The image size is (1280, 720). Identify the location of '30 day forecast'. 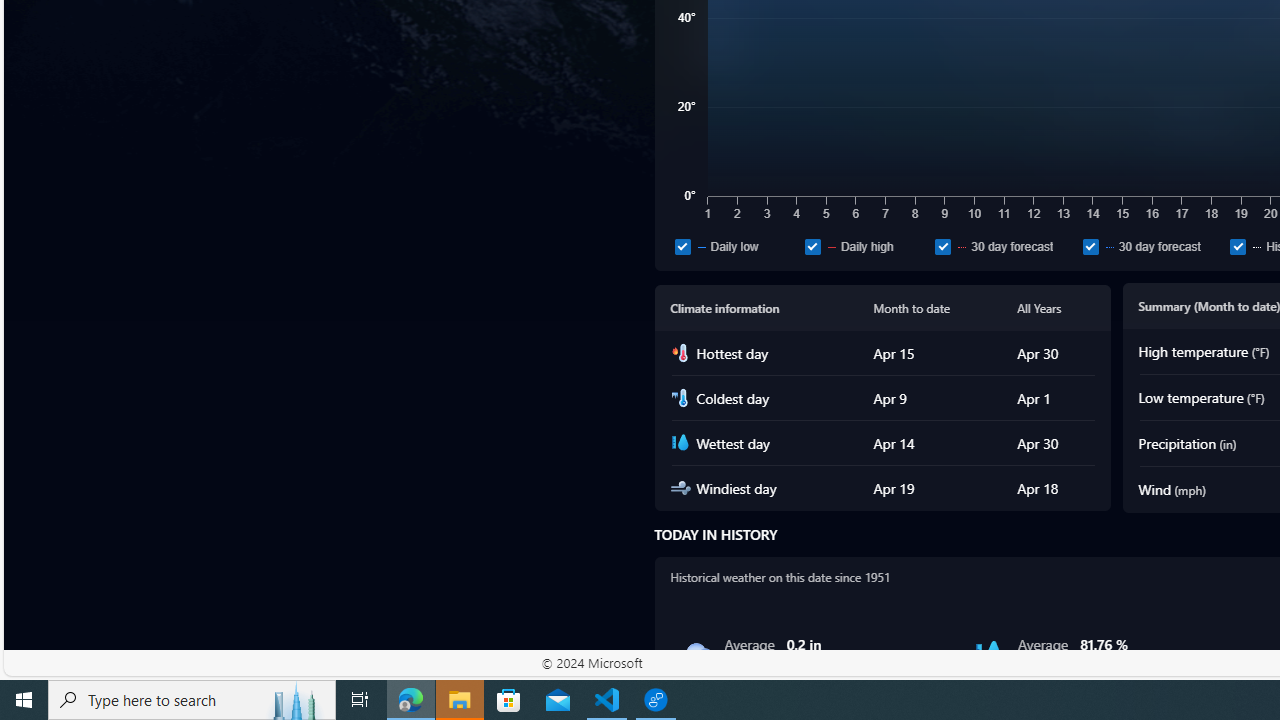
(1089, 245).